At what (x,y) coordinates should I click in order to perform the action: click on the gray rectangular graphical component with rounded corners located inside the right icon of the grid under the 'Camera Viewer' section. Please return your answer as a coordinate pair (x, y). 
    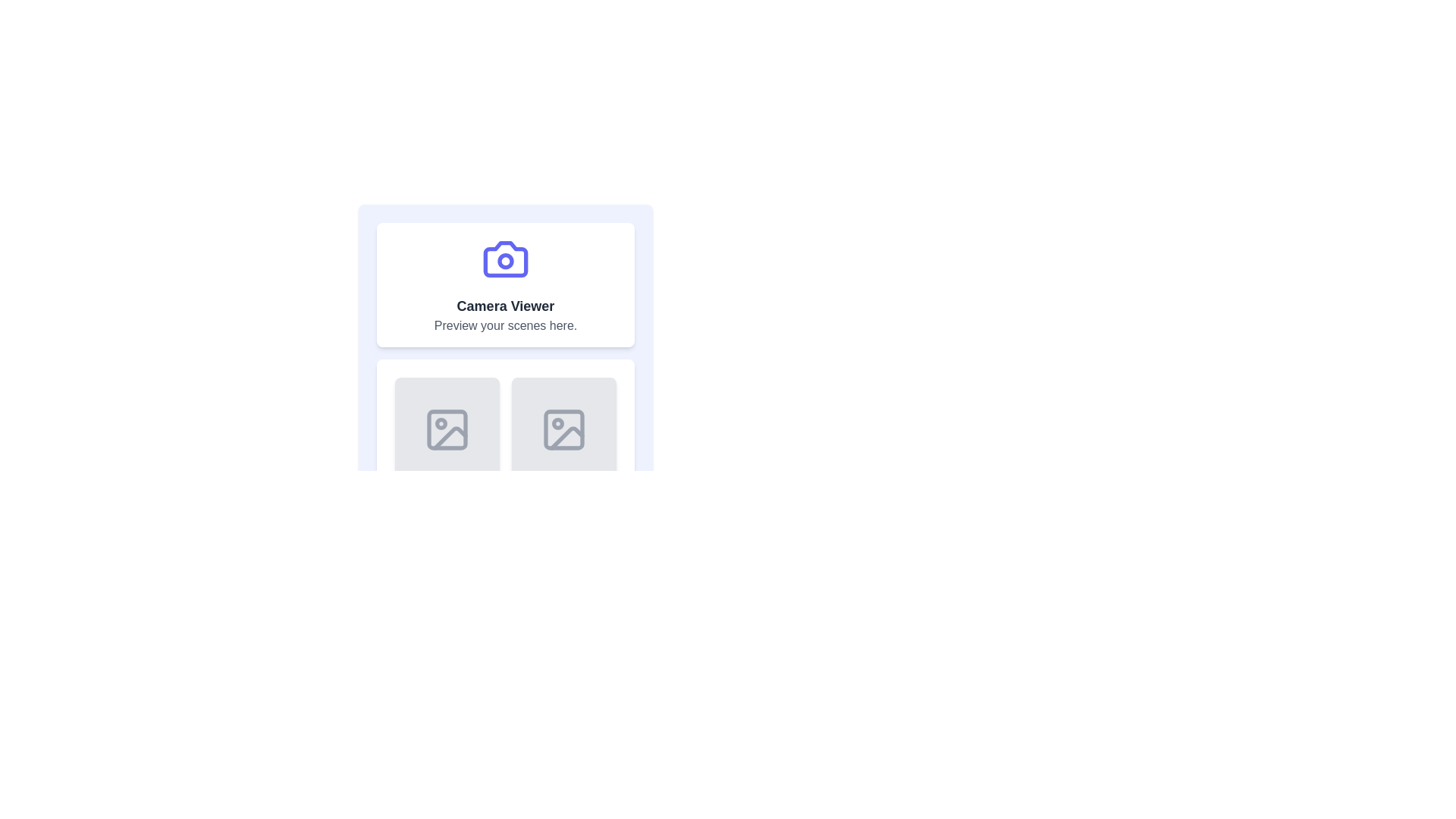
    Looking at the image, I should click on (563, 430).